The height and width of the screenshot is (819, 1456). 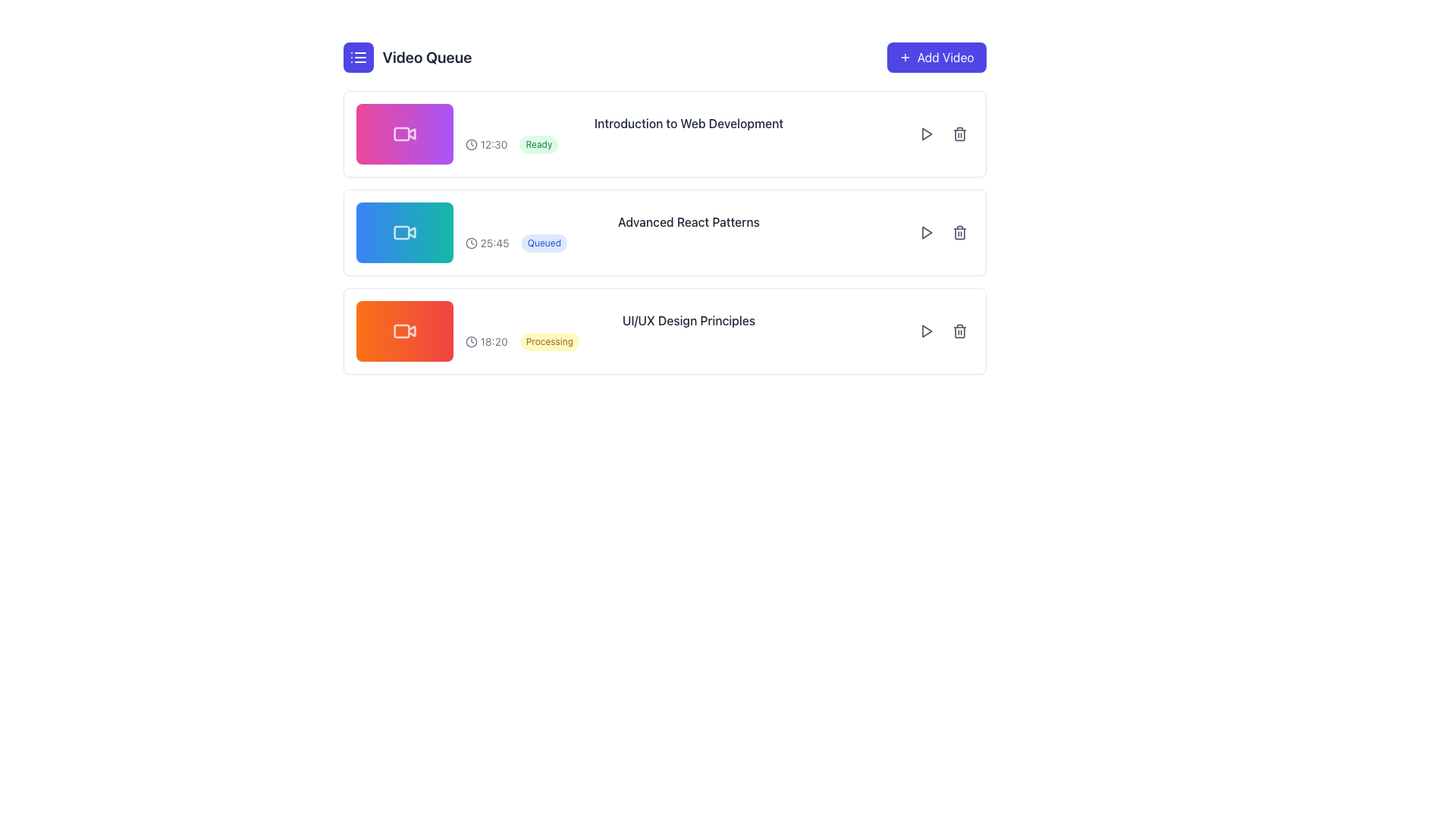 I want to click on the circular play button located in the action column of the 'Advanced React Patterns' row to observe the color change effect, so click(x=925, y=233).